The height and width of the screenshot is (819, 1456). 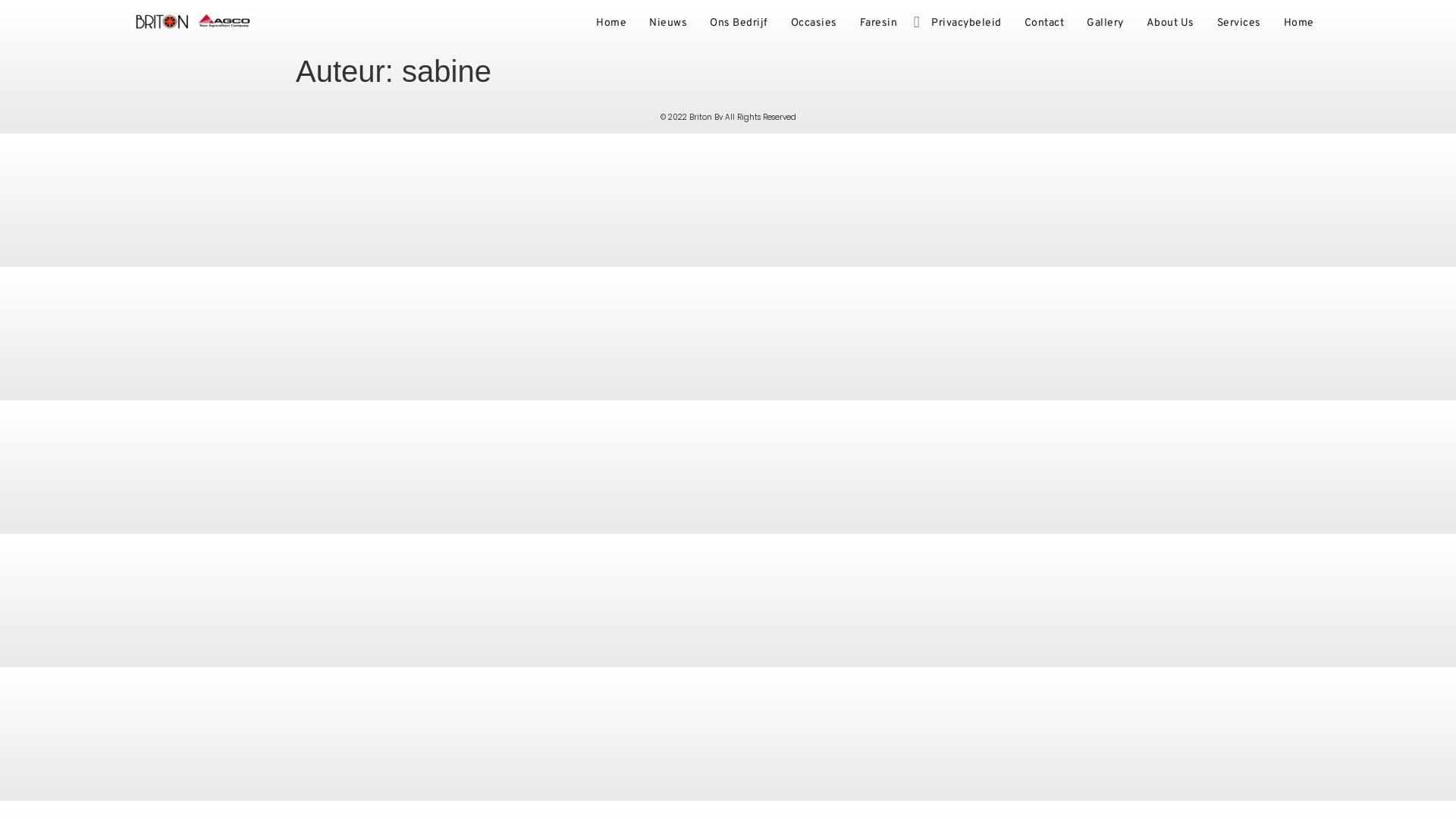 What do you see at coordinates (877, 23) in the screenshot?
I see `'Faresin'` at bounding box center [877, 23].